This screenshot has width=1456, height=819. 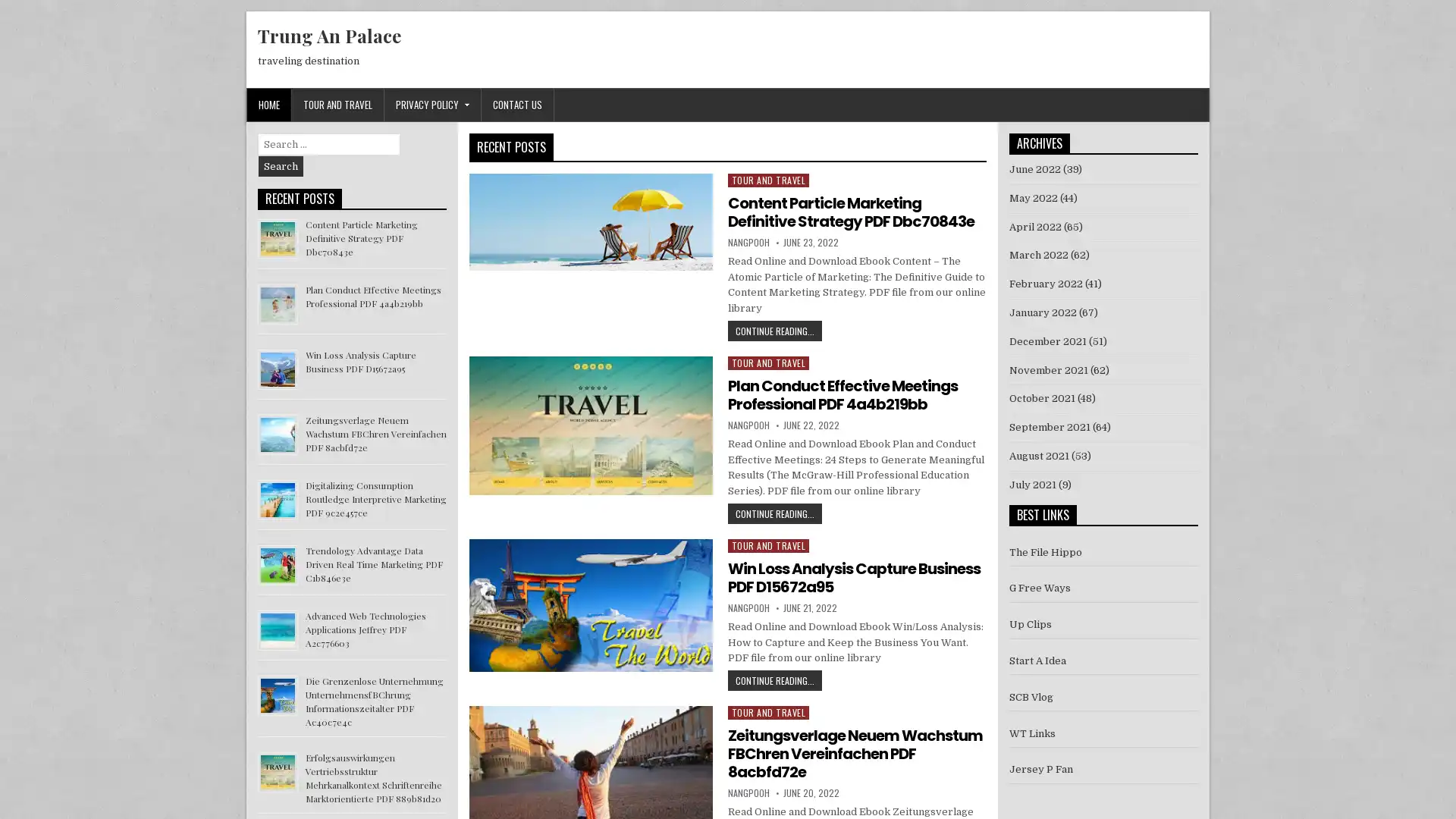 I want to click on Search, so click(x=281, y=166).